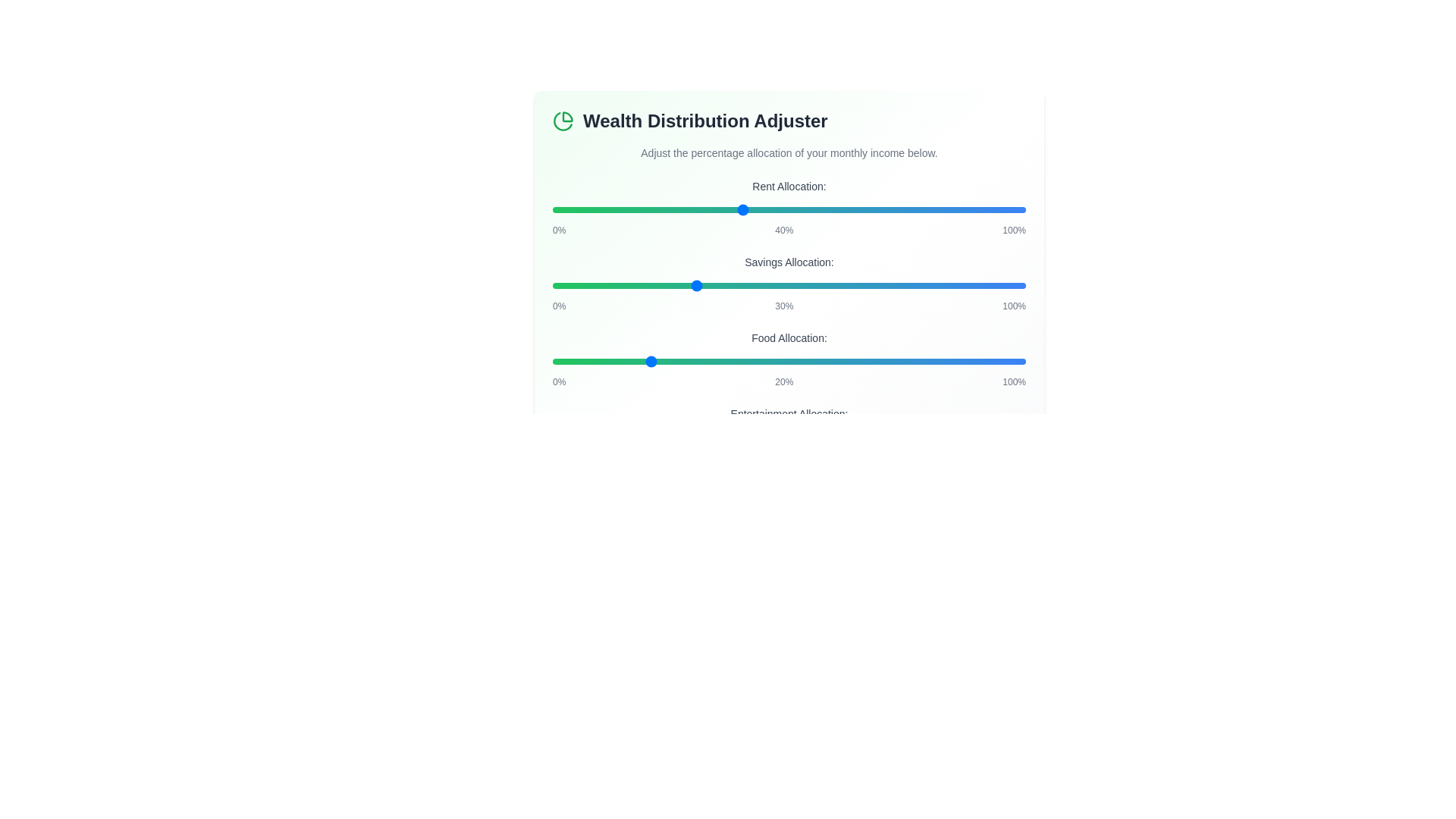 The image size is (1456, 819). What do you see at coordinates (563, 120) in the screenshot?
I see `the PieChart icon to interact with it` at bounding box center [563, 120].